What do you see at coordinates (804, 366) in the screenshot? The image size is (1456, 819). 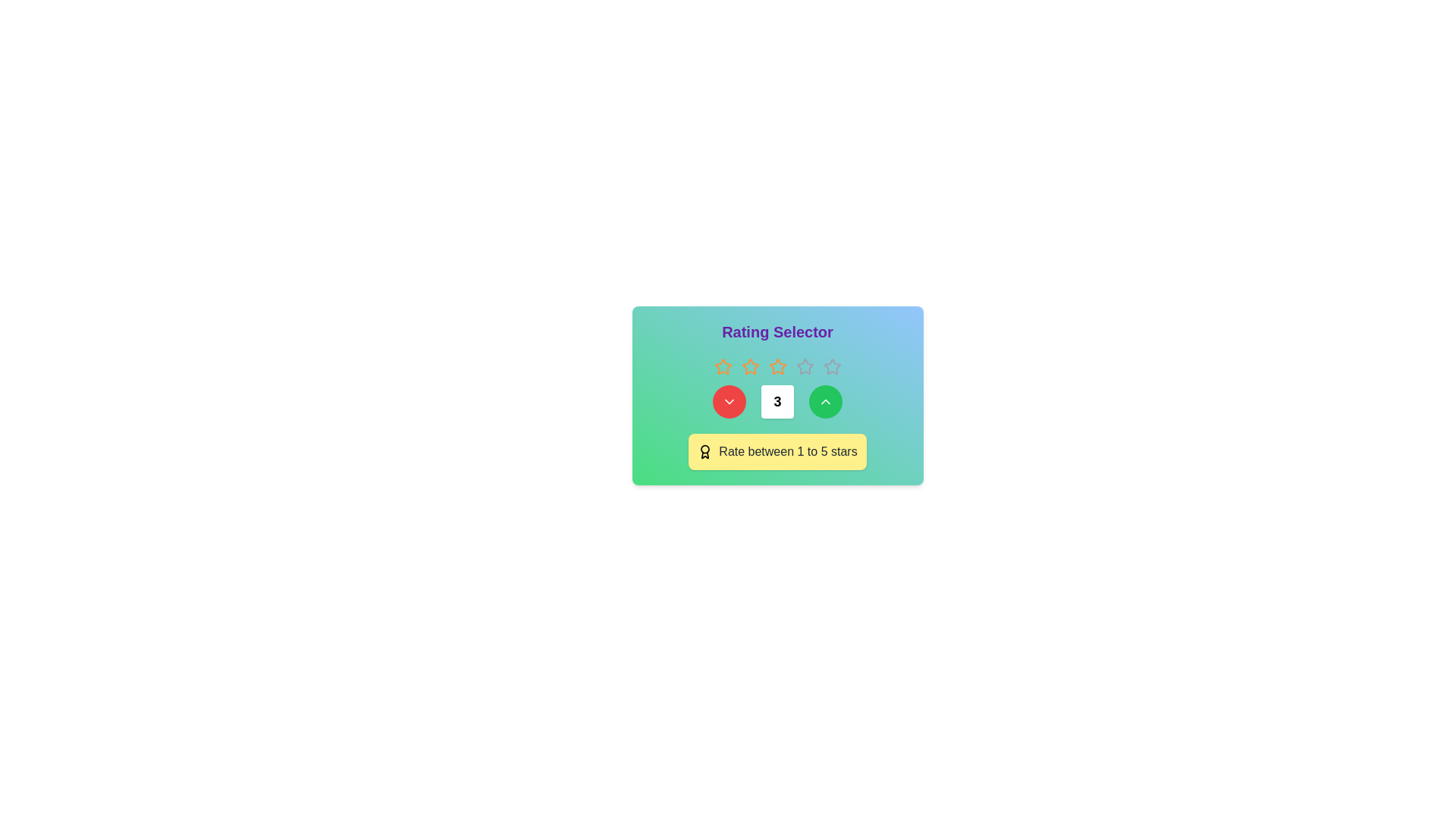 I see `the fourth star icon used for rating, which is part of a series of five stars, to indicate a rating preference` at bounding box center [804, 366].